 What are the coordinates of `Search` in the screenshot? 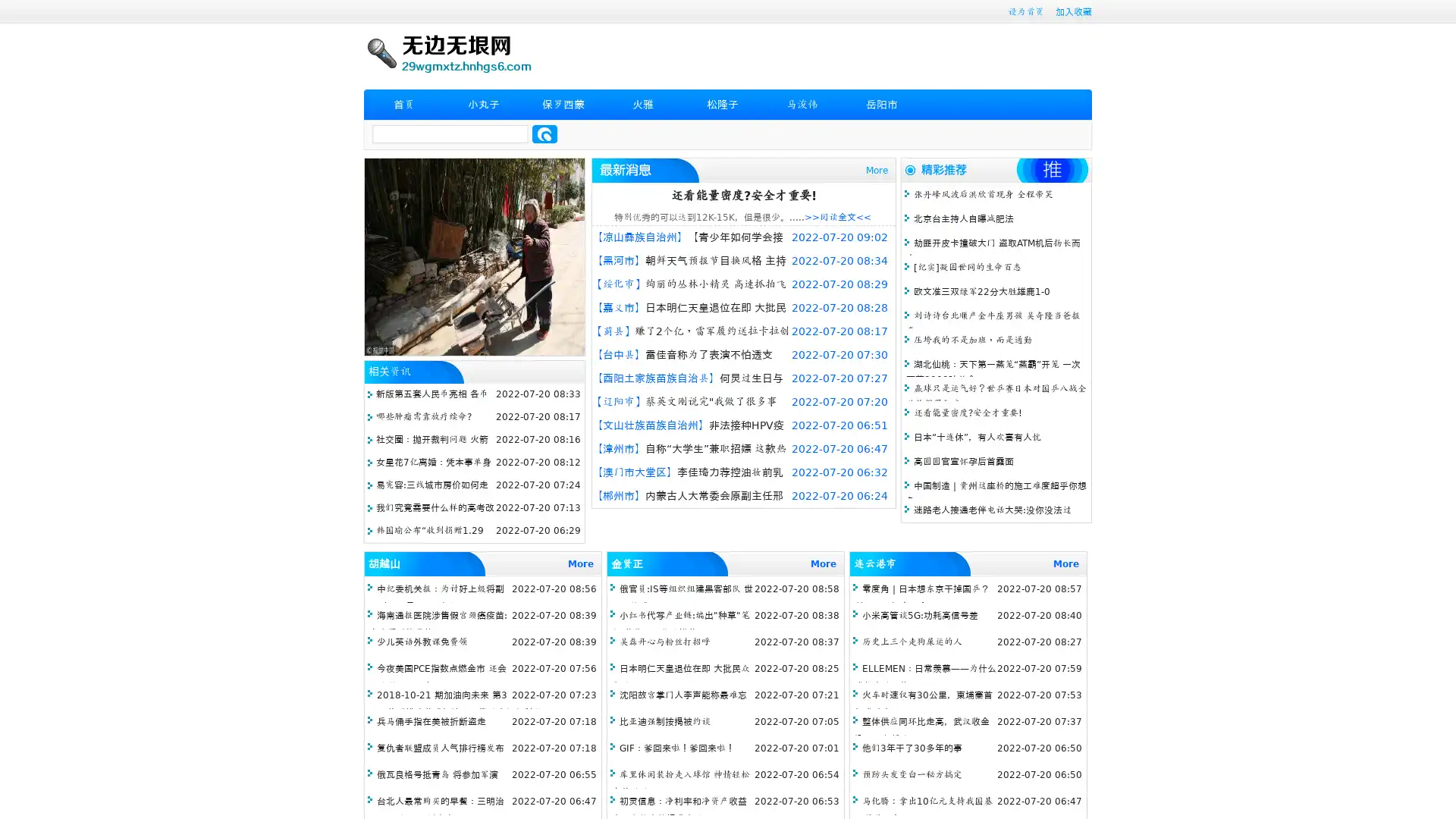 It's located at (544, 133).